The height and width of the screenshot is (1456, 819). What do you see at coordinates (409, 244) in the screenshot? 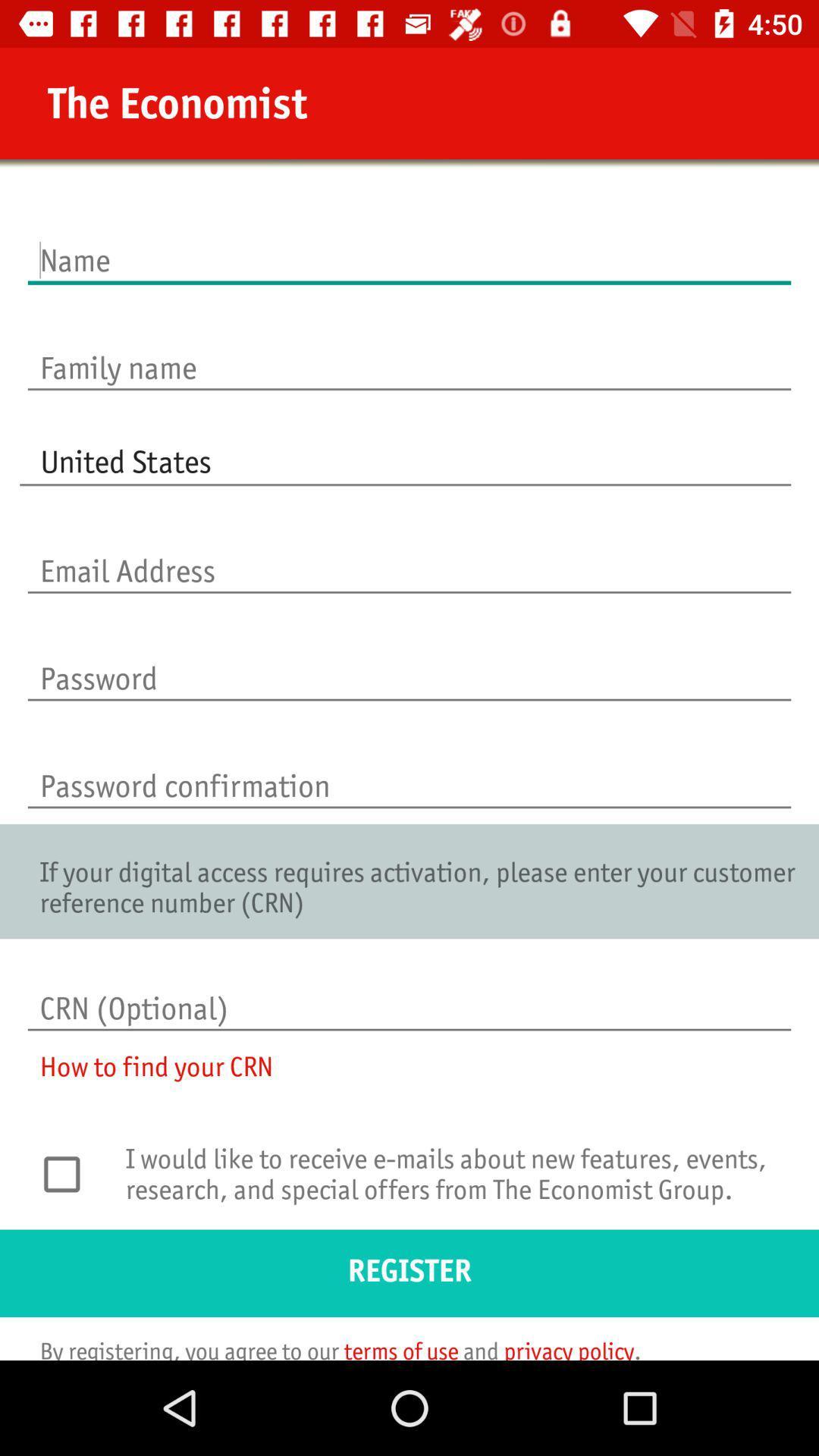
I see `the name` at bounding box center [409, 244].